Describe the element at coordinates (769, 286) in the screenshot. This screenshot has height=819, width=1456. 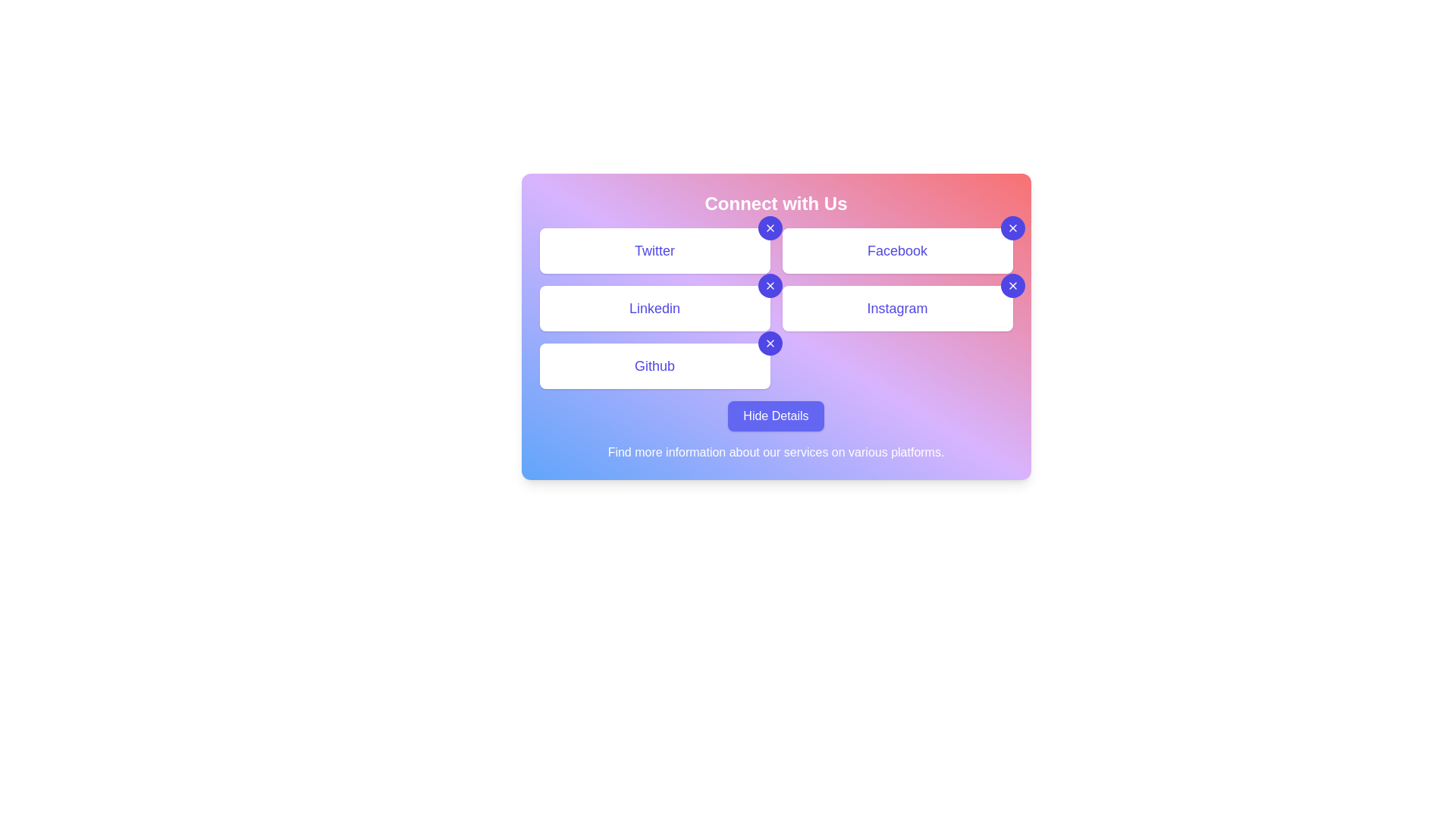
I see `the circular purple button with a white 'X' icon located at the top-right corner of the 'Linkedin' card` at that location.